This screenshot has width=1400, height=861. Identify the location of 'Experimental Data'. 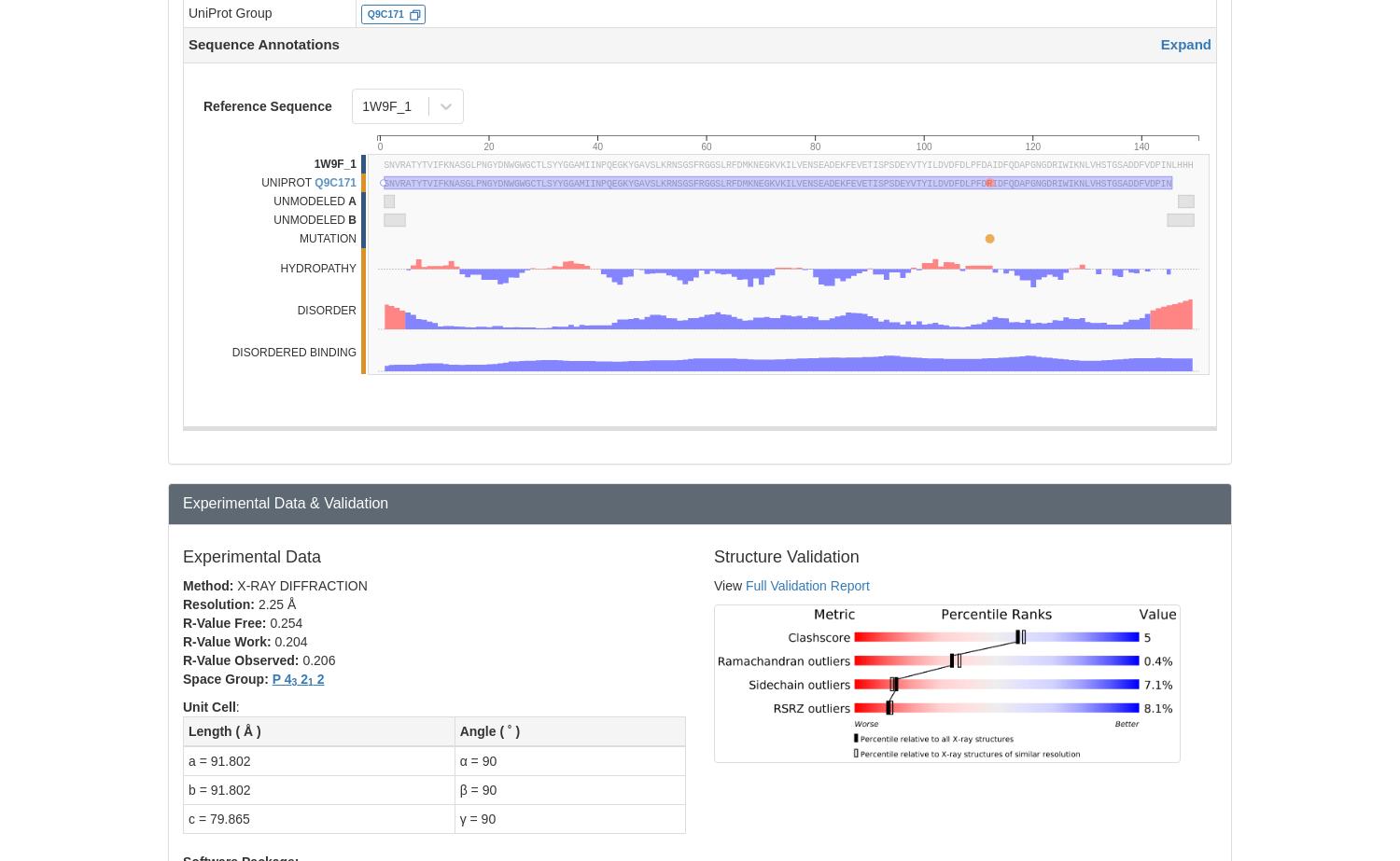
(182, 554).